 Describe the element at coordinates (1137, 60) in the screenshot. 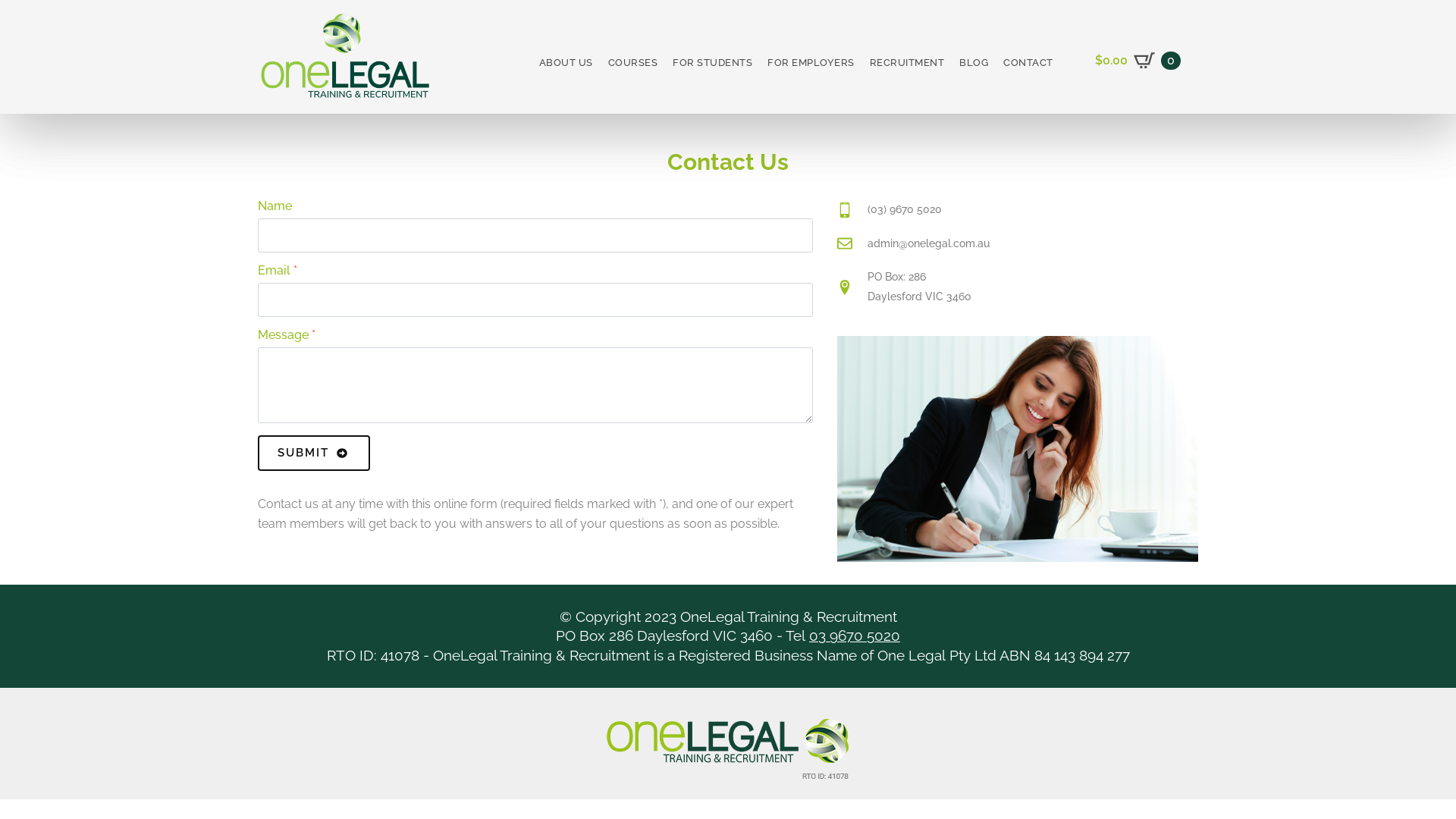

I see `'$0.00` at that location.